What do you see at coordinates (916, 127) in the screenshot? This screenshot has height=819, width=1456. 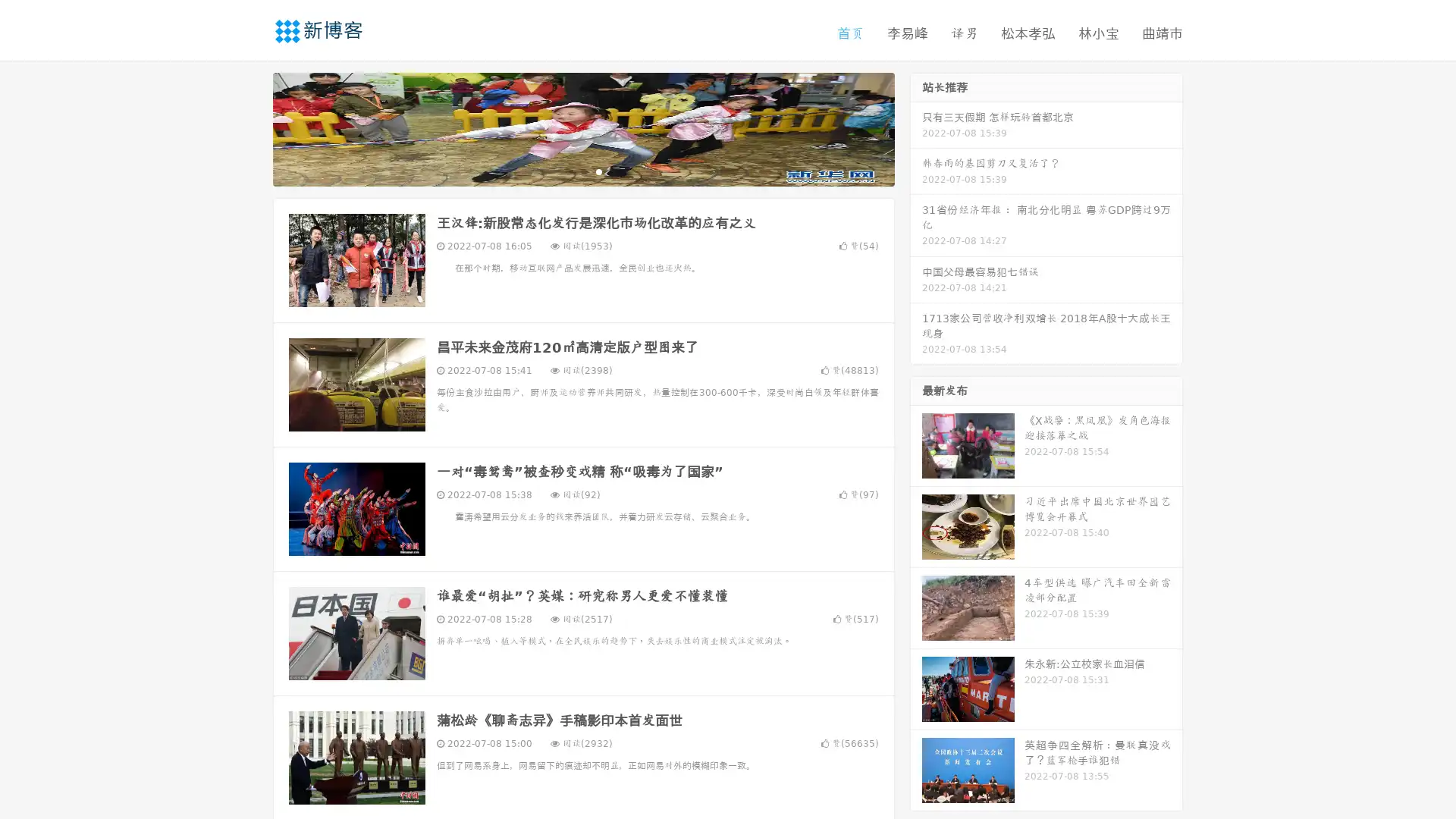 I see `Next slide` at bounding box center [916, 127].